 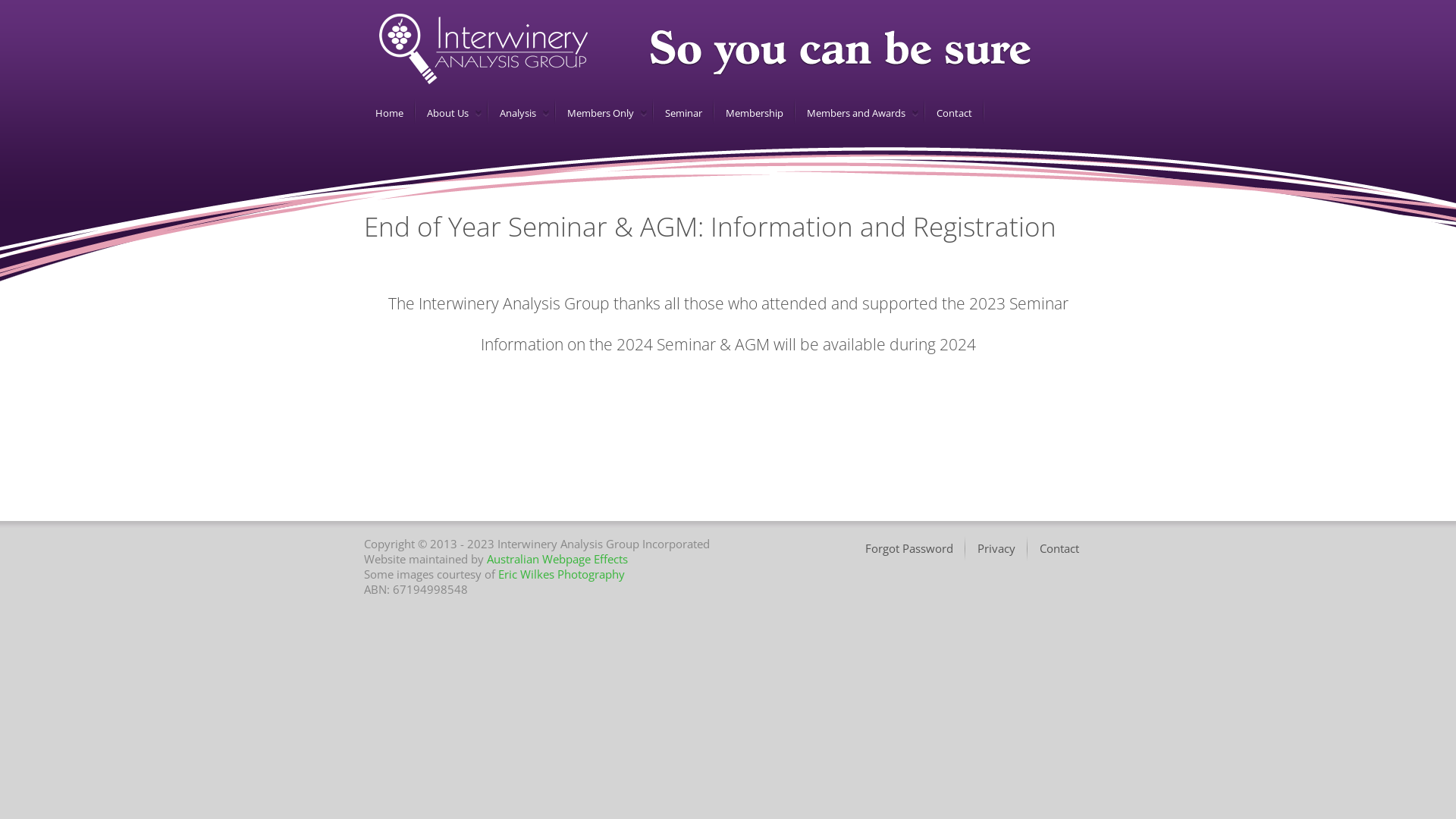 I want to click on 'Privacy', so click(x=997, y=548).